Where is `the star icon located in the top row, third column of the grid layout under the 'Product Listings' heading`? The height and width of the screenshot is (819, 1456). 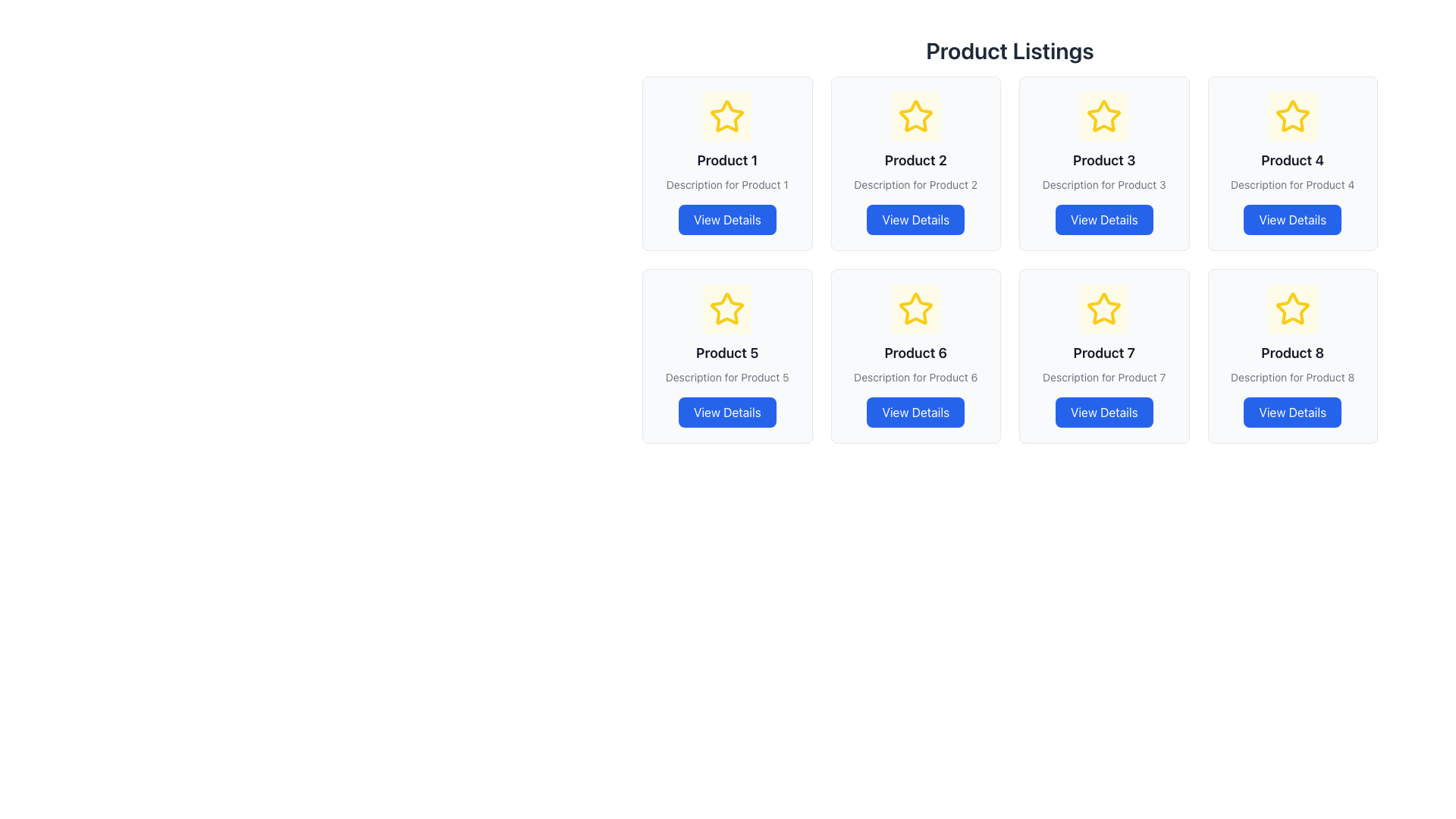
the star icon located in the top row, third column of the grid layout under the 'Product Listings' heading is located at coordinates (1104, 116).